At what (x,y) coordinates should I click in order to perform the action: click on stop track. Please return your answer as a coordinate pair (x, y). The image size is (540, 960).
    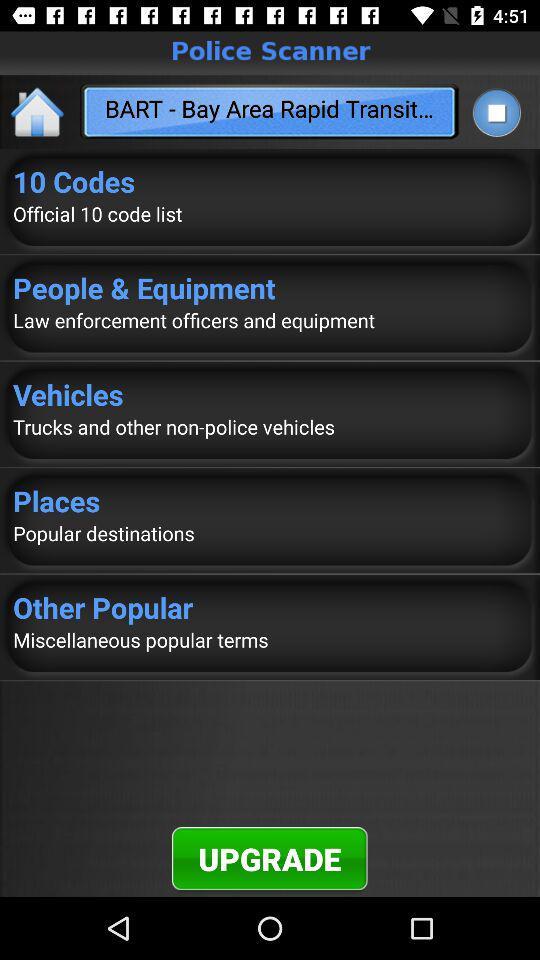
    Looking at the image, I should click on (495, 112).